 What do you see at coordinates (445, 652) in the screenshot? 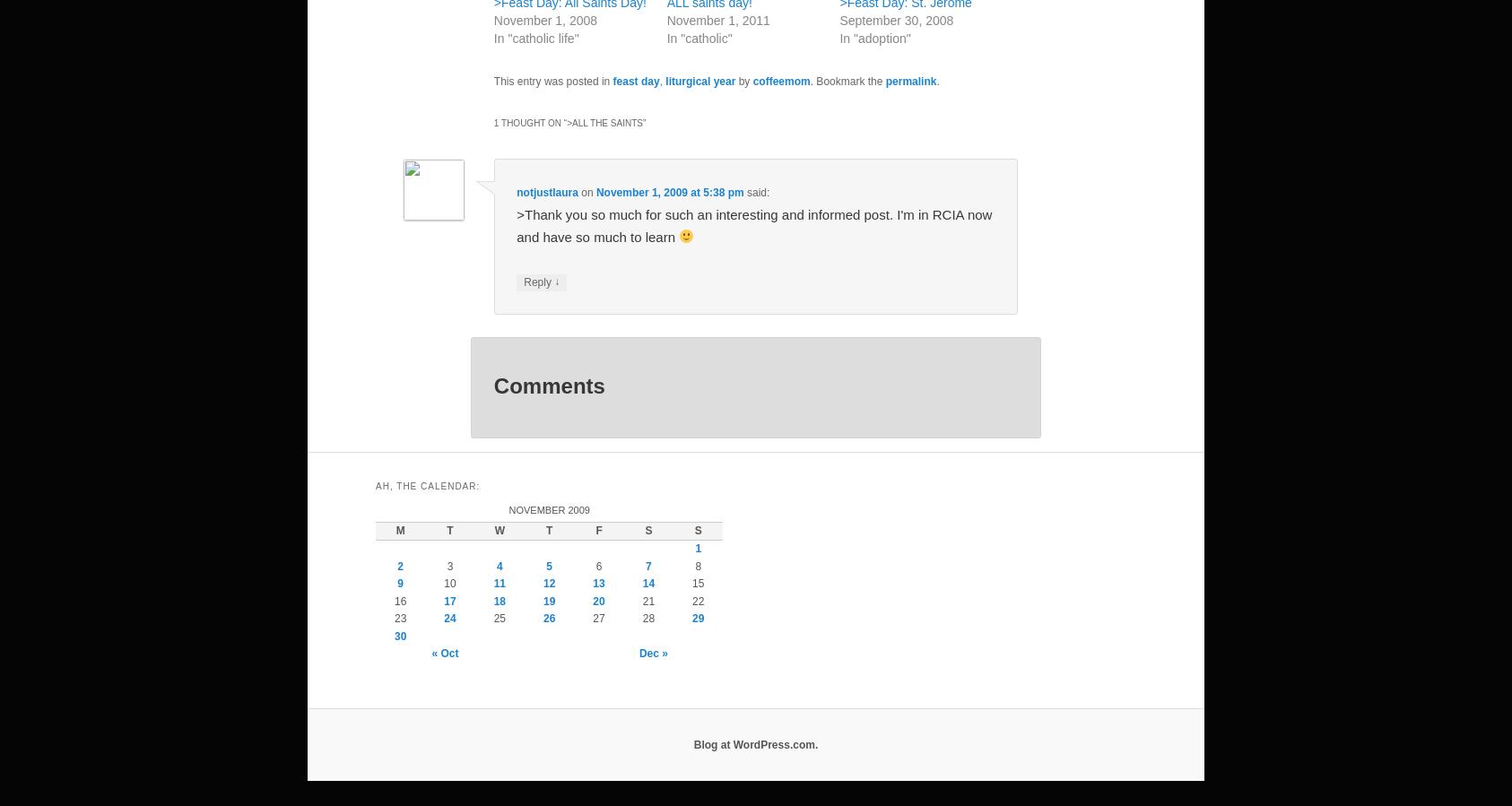
I see `'« Oct'` at bounding box center [445, 652].